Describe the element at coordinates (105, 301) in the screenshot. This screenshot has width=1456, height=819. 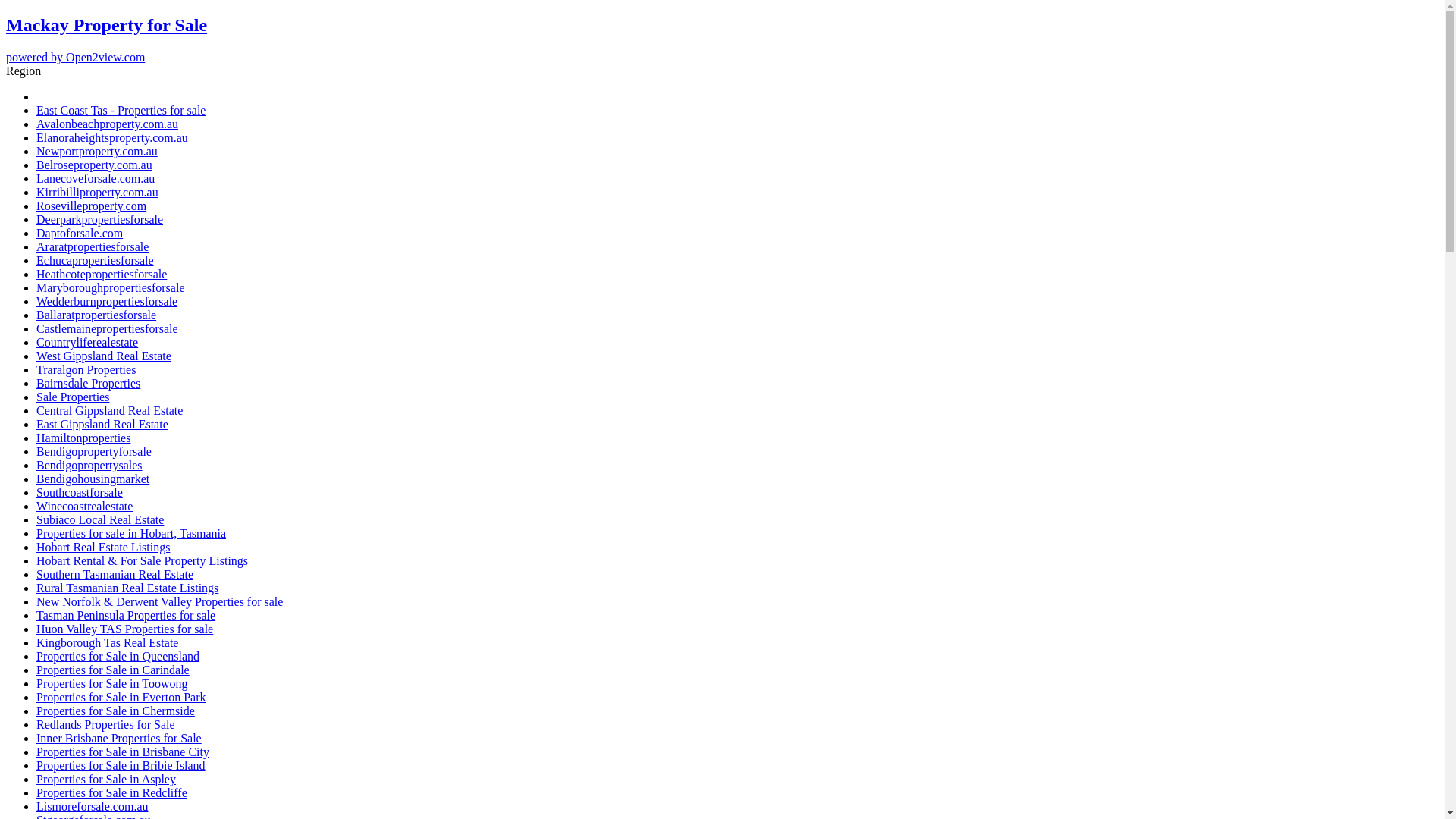
I see `'Wedderburnpropertiesforsale'` at that location.